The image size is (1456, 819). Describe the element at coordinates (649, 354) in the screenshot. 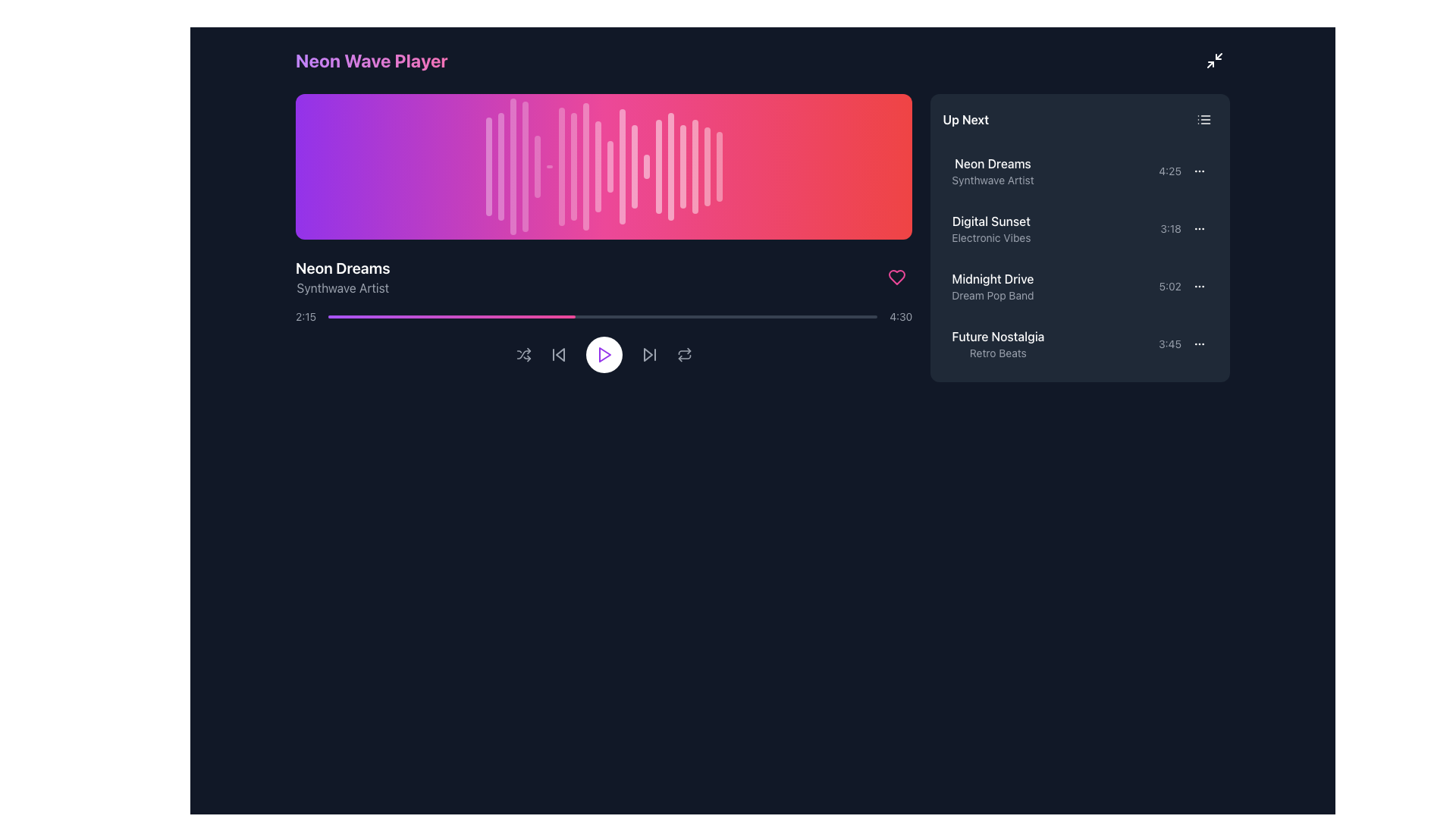

I see `the gray button with a forward arrow icon in the playback control section to change its color to white` at that location.